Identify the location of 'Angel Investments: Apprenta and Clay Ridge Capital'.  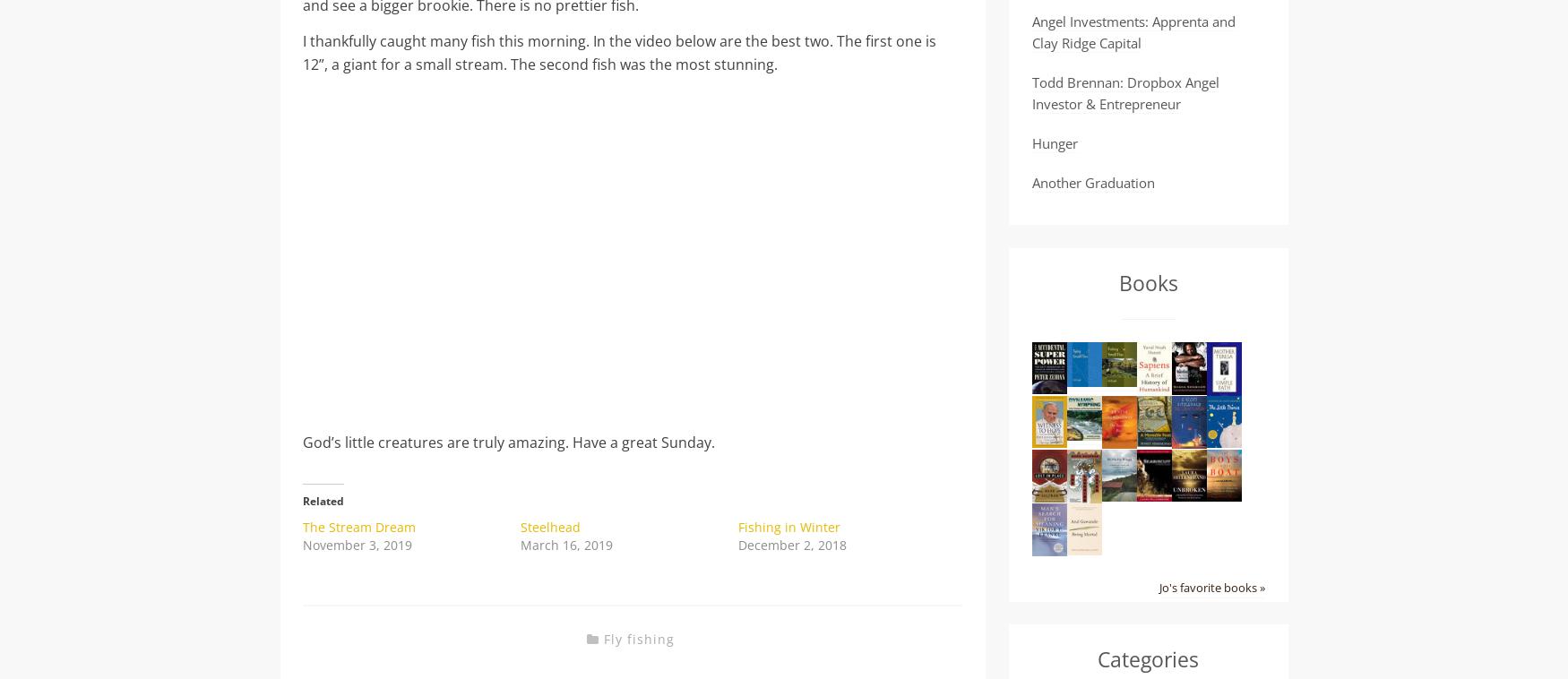
(1132, 30).